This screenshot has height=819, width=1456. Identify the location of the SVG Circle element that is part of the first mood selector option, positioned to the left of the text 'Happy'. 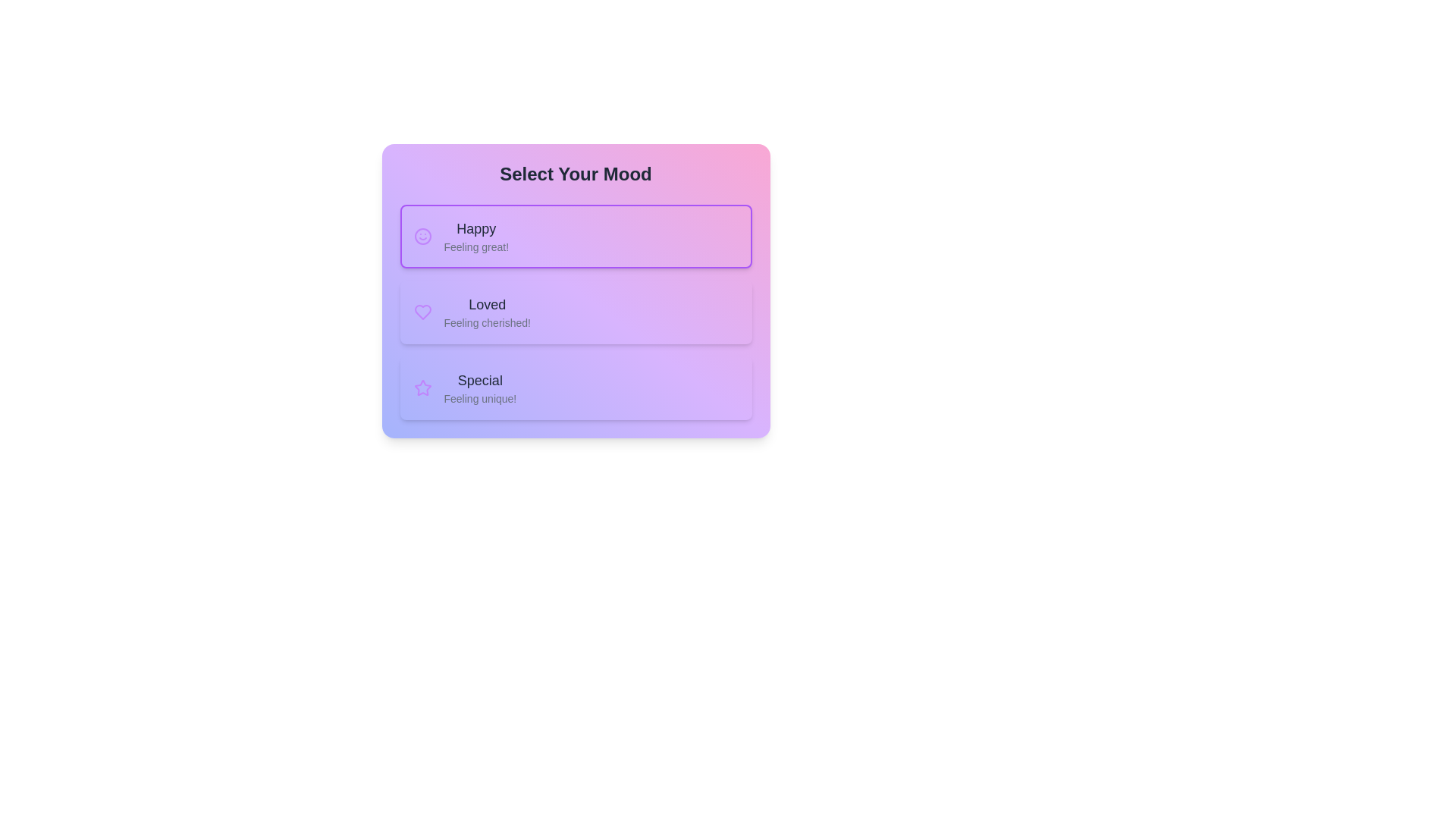
(422, 237).